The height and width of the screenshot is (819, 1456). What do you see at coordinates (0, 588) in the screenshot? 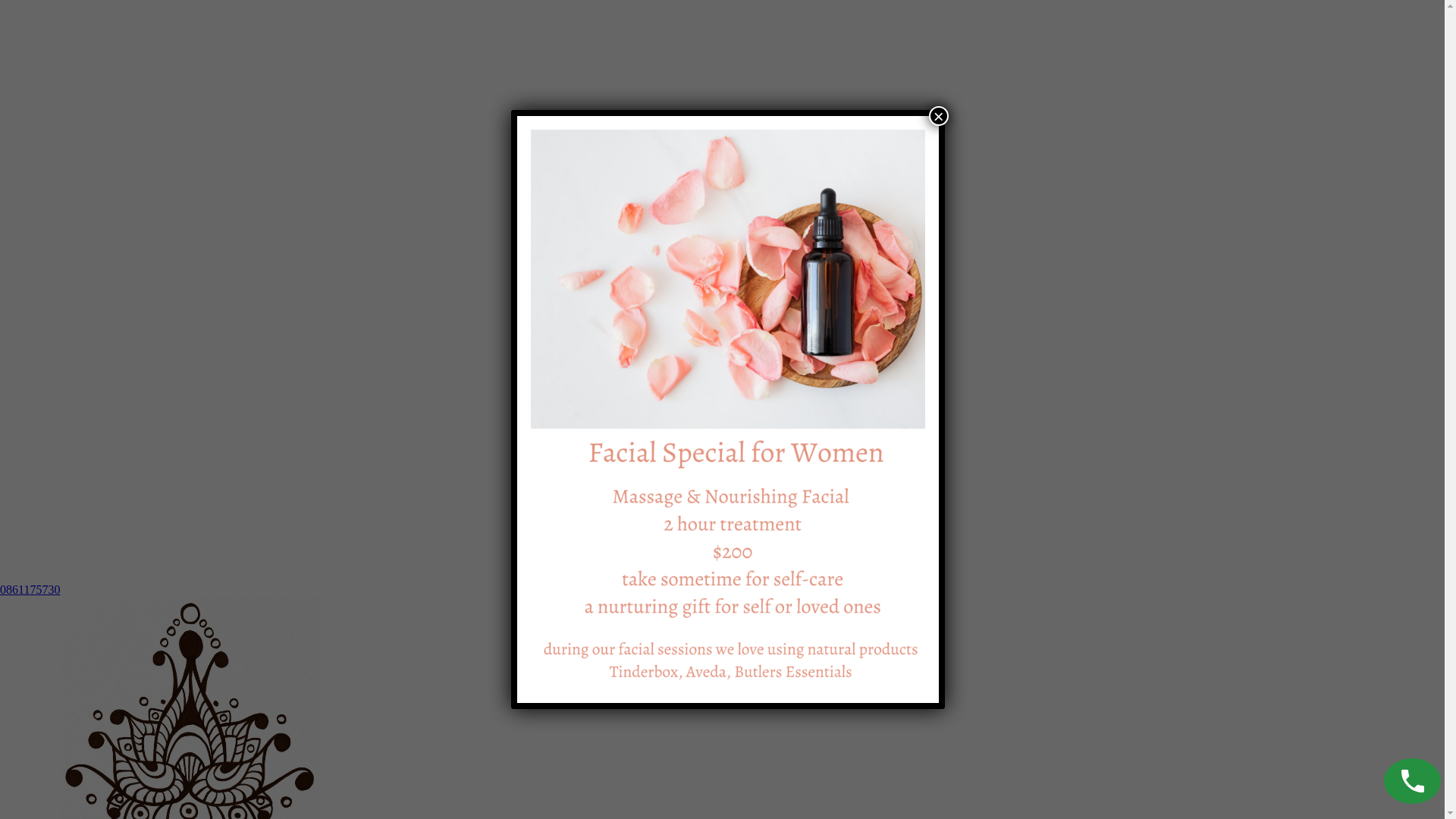
I see `'0861175730'` at bounding box center [0, 588].